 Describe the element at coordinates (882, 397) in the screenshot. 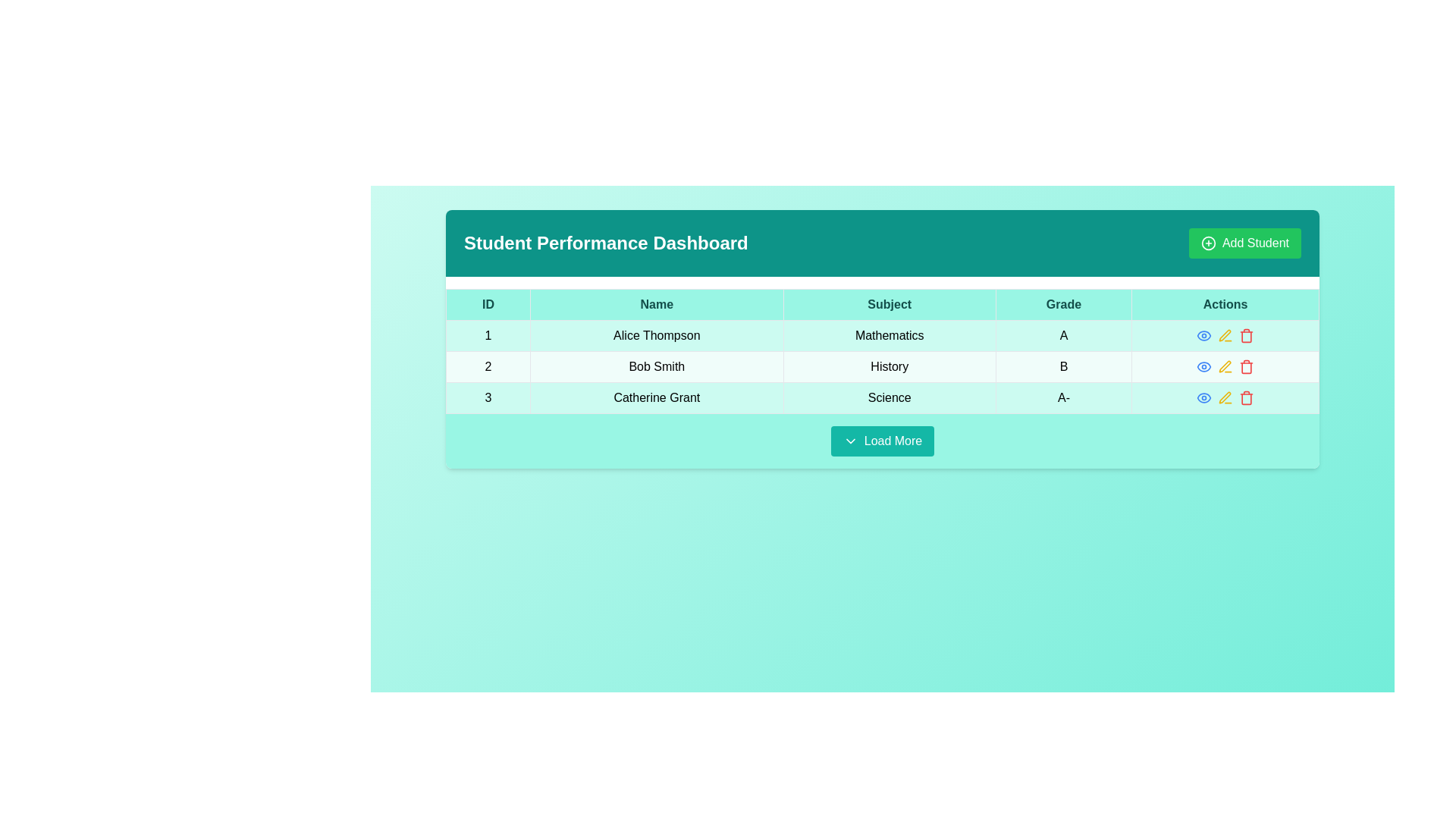

I see `the third row of the data table that contains details about a student, located under the 'Student Performance Dashboard' heading, directly below the rows for 'Alice Thompson' and 'Bob Smith'` at that location.